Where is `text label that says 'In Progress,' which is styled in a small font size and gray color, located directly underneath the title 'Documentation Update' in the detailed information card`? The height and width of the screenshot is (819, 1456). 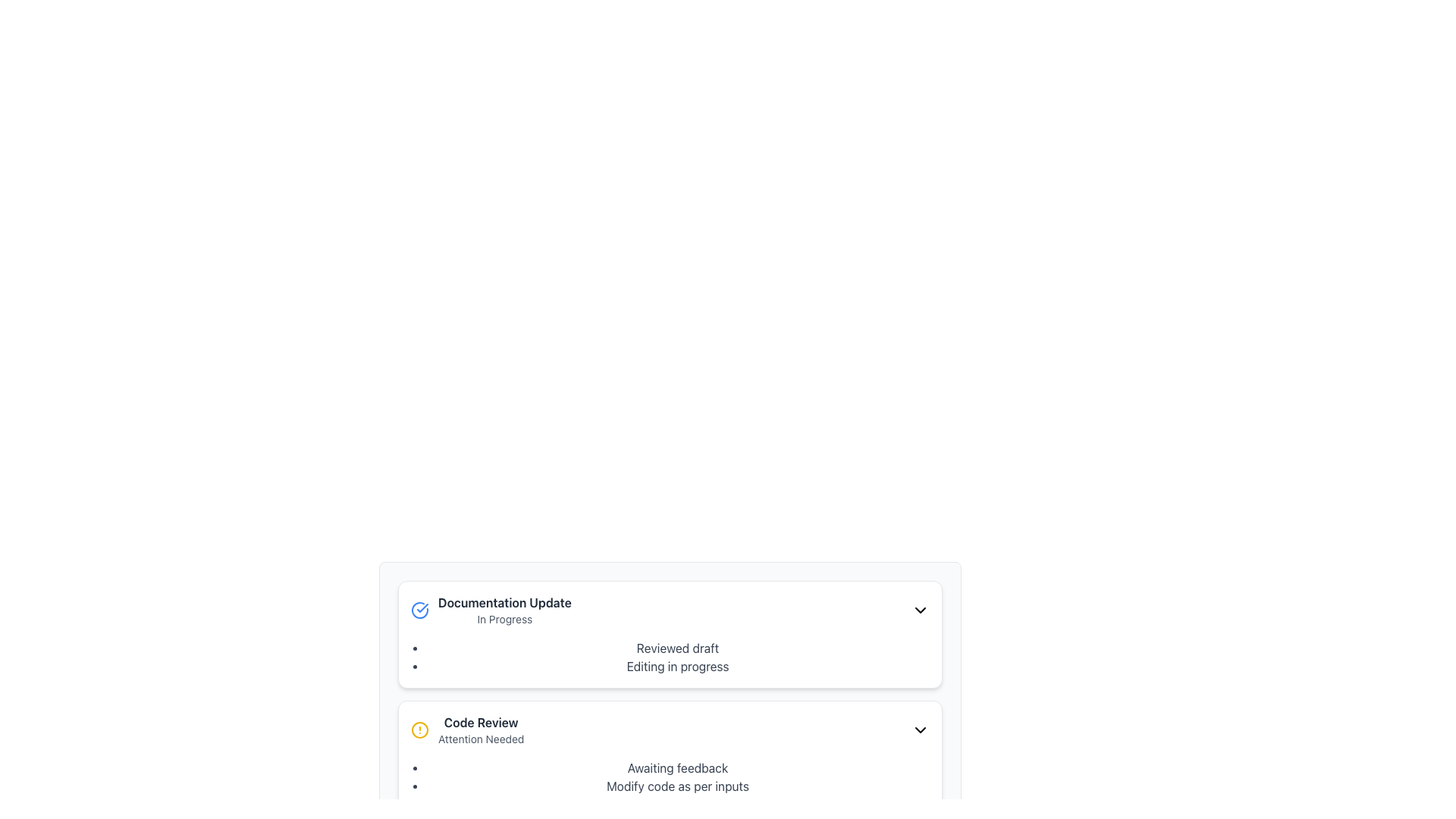
text label that says 'In Progress,' which is styled in a small font size and gray color, located directly underneath the title 'Documentation Update' in the detailed information card is located at coordinates (504, 620).